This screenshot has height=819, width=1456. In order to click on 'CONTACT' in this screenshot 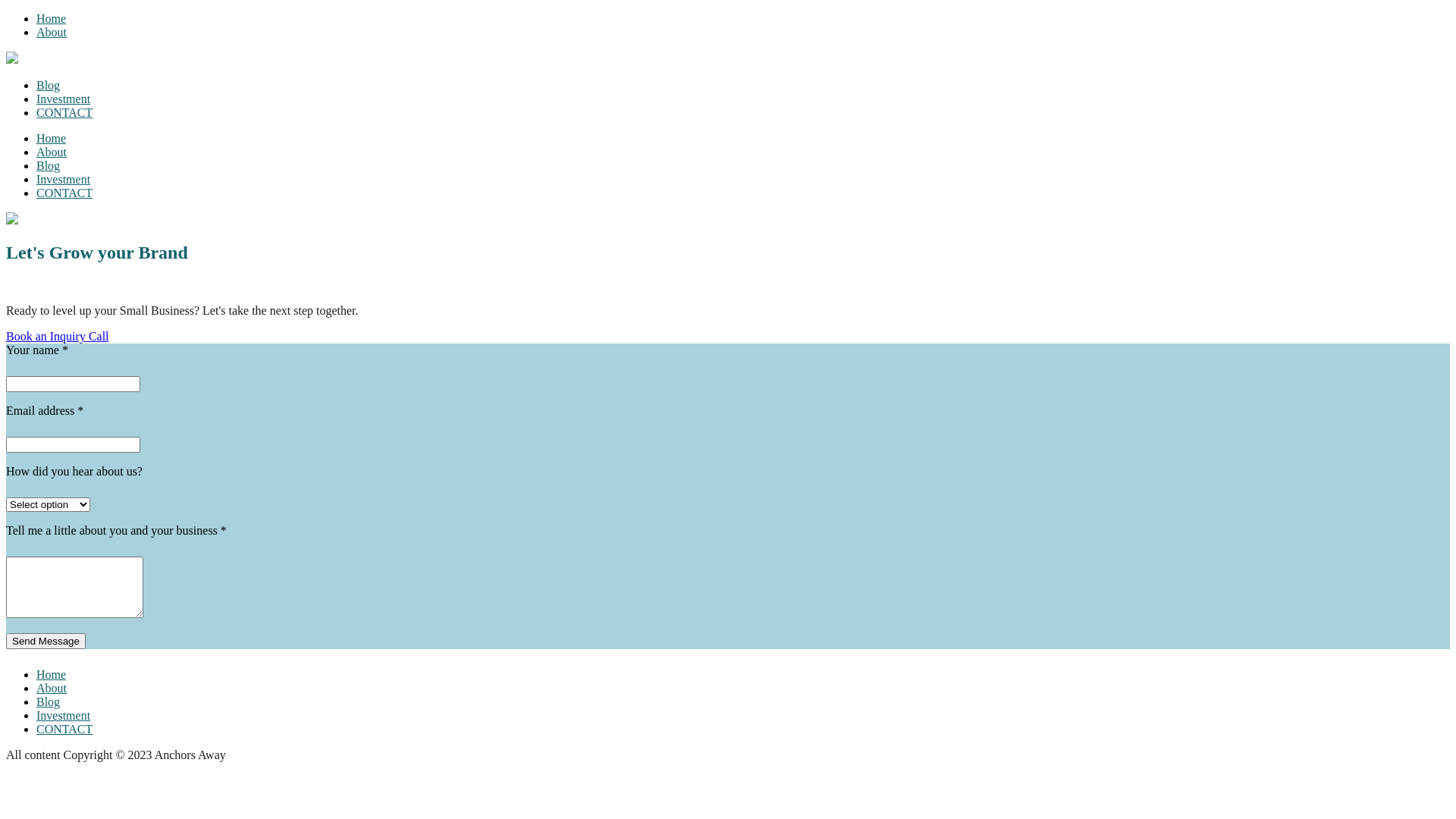, I will do `click(64, 728)`.